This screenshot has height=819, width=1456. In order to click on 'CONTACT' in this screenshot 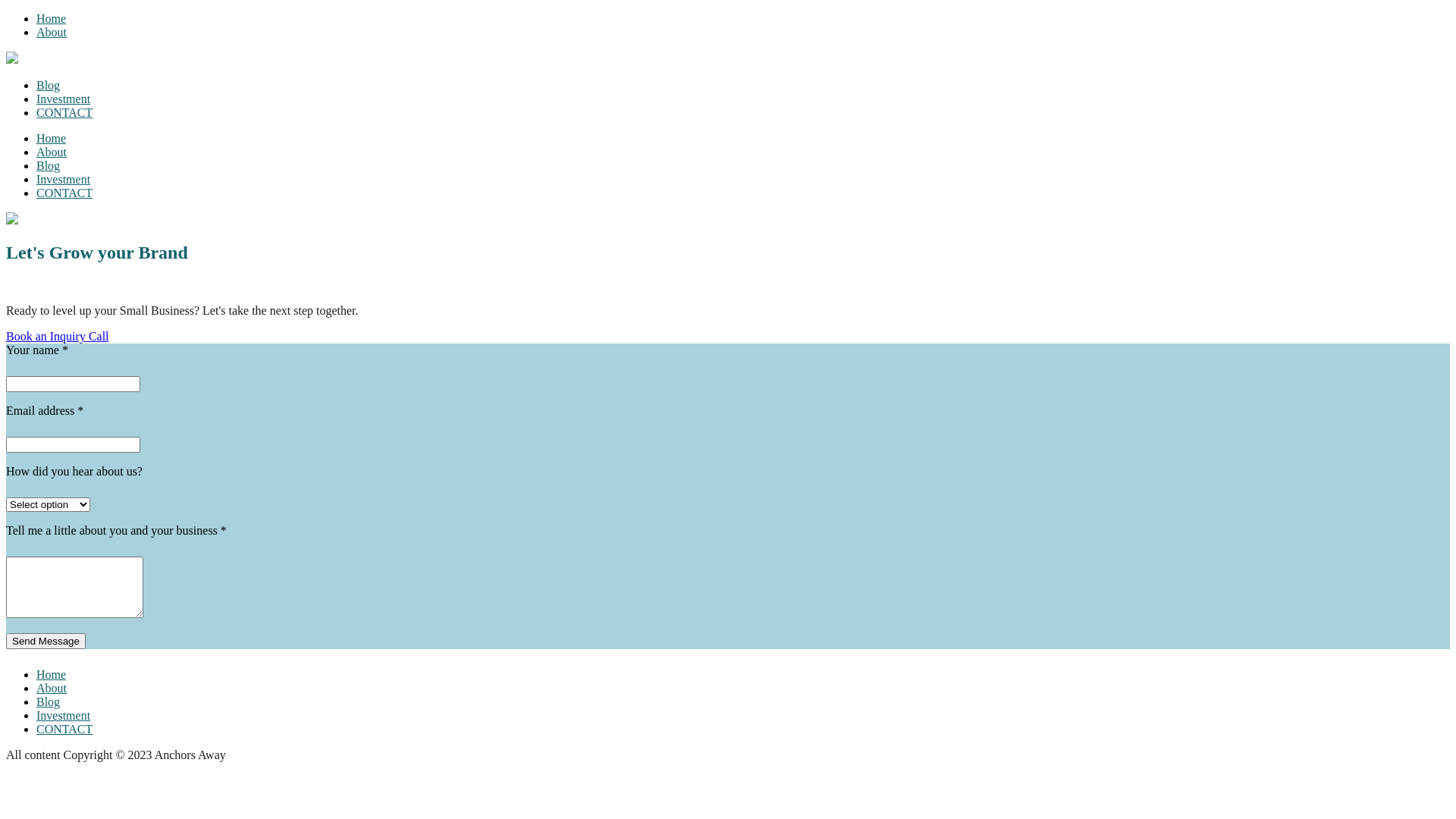, I will do `click(64, 728)`.